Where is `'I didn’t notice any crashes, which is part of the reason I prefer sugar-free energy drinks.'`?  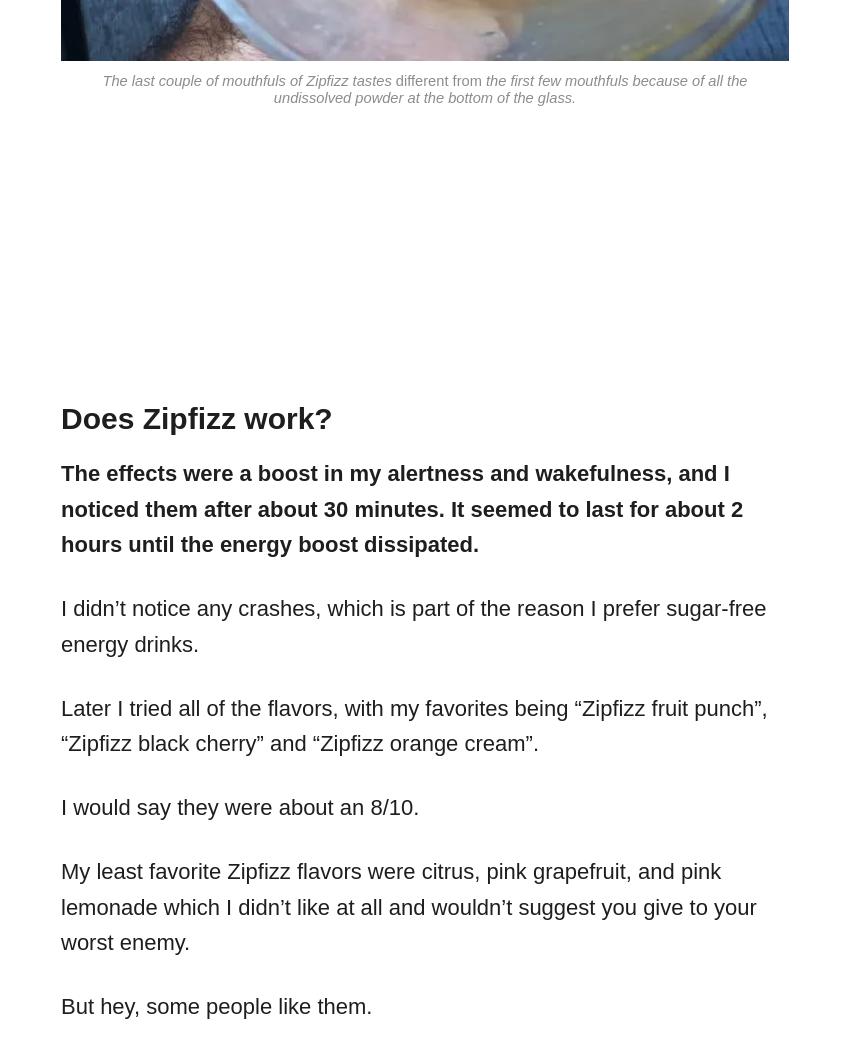
'I didn’t notice any crashes, which is part of the reason I prefer sugar-free energy drinks.' is located at coordinates (413, 626).